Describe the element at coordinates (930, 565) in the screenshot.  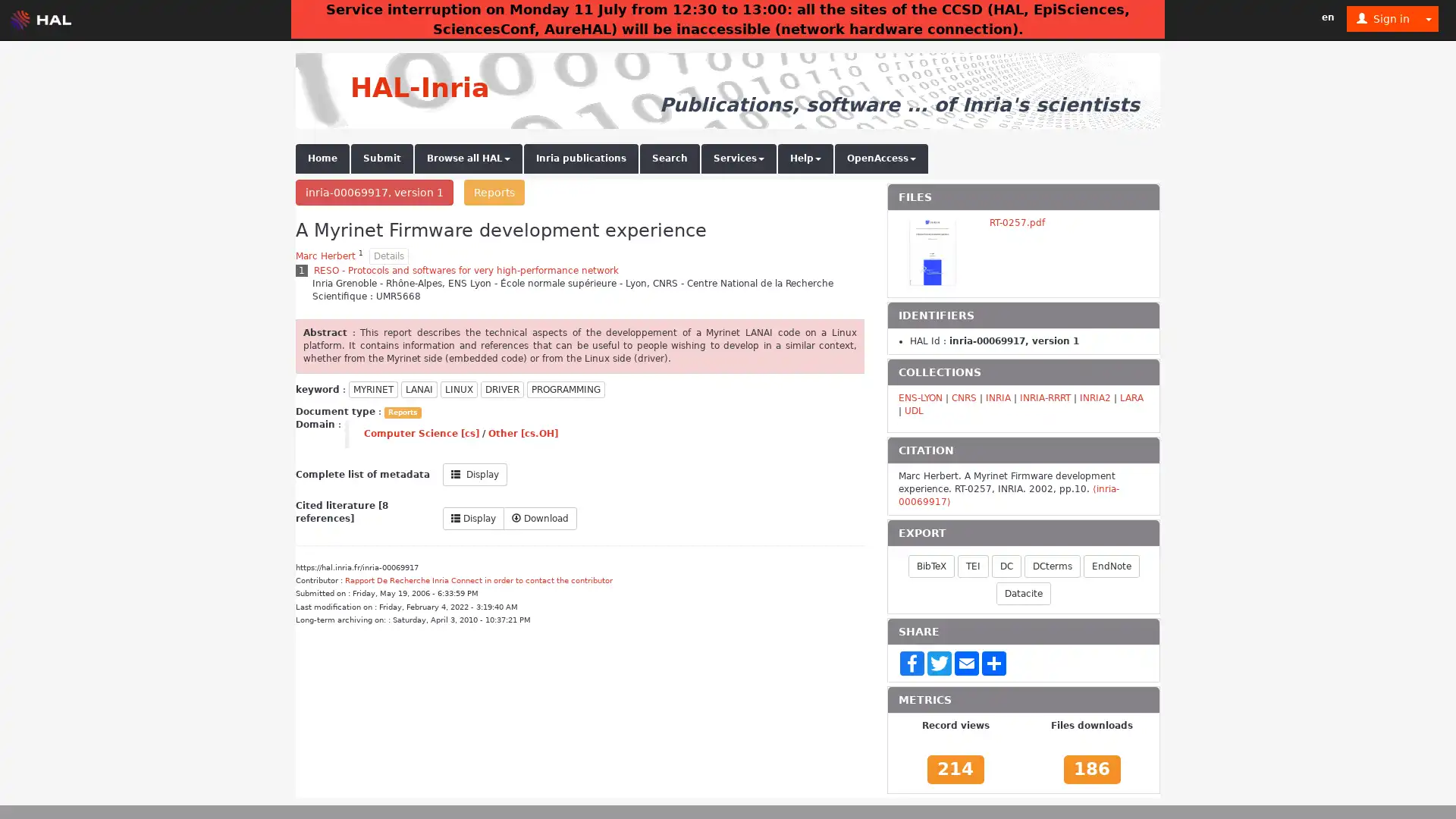
I see `BibTeX` at that location.